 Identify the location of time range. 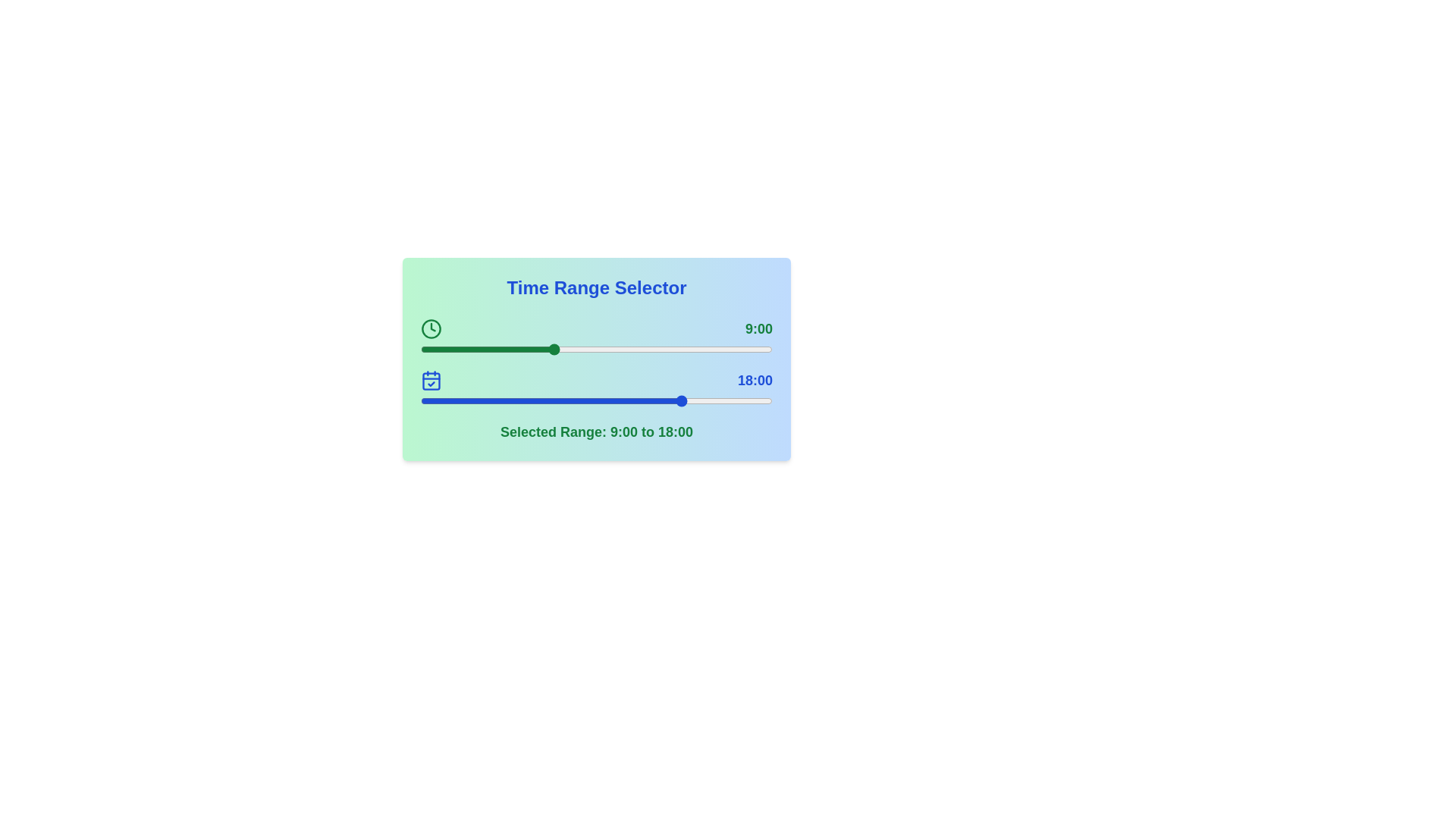
(581, 400).